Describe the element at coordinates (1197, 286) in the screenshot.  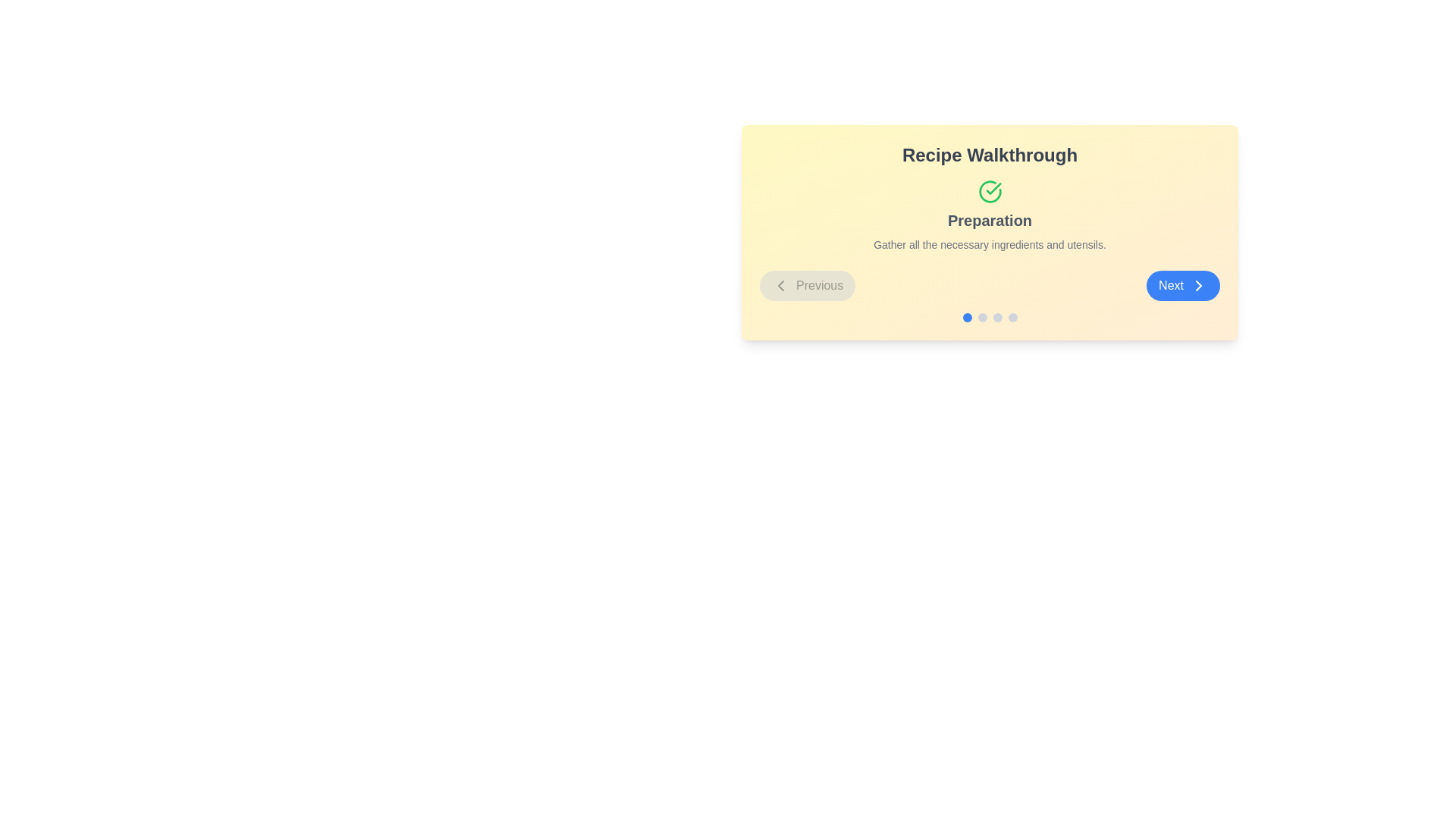
I see `the right-facing chevron arrow icon within the 'Next' button located in the bottom-right area of the card interface` at that location.